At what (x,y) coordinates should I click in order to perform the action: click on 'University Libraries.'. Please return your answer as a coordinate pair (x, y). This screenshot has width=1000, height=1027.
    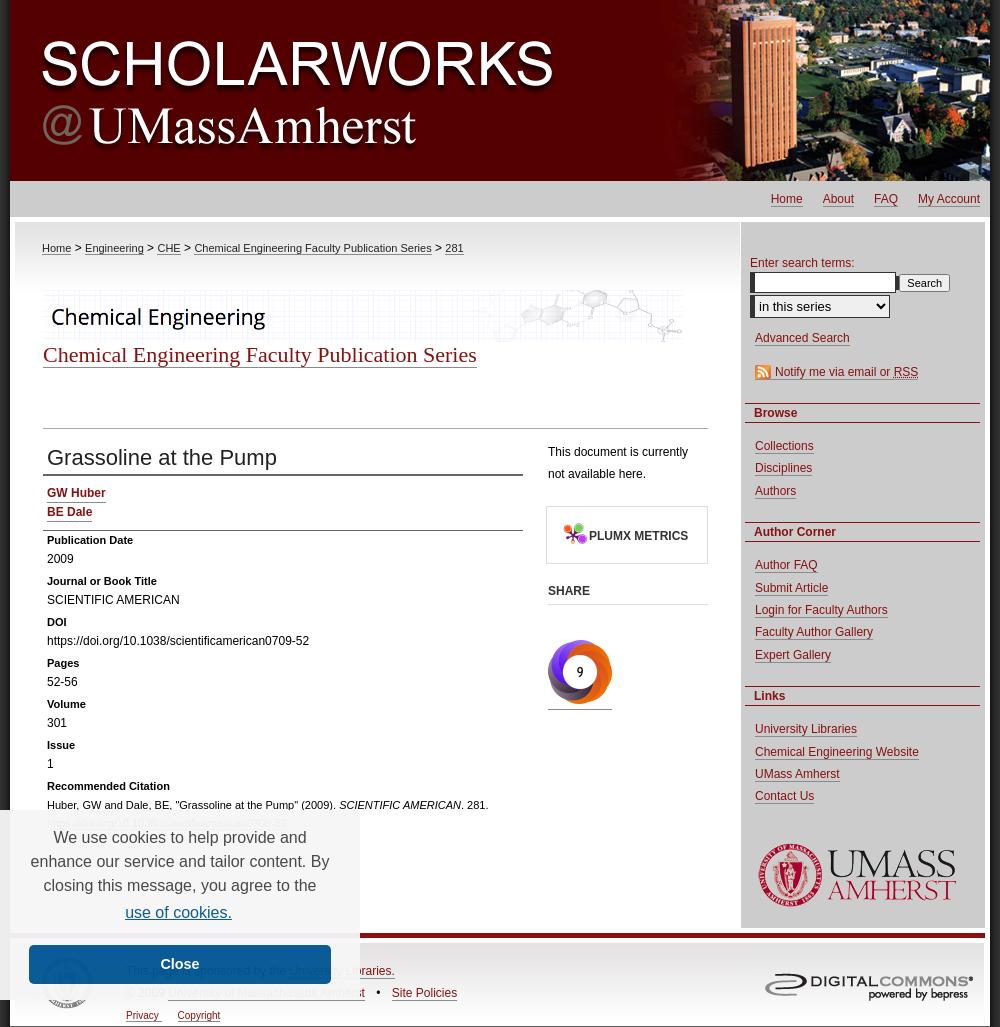
    Looking at the image, I should click on (339, 970).